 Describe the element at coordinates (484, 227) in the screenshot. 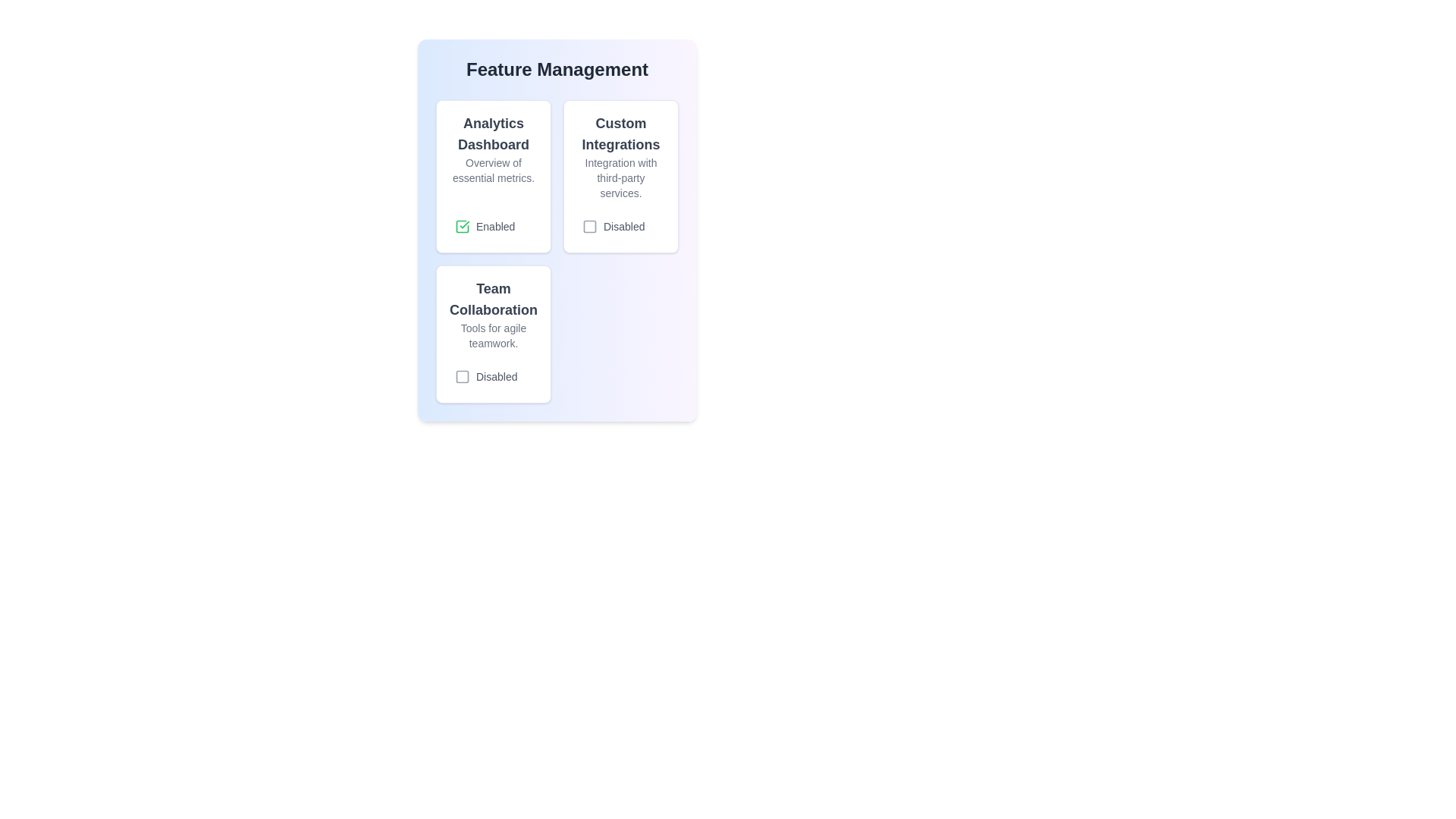

I see `the toggleable status indicator checkbox labeled 'Enabled' located within the 'Analytics Dashboard' card` at that location.